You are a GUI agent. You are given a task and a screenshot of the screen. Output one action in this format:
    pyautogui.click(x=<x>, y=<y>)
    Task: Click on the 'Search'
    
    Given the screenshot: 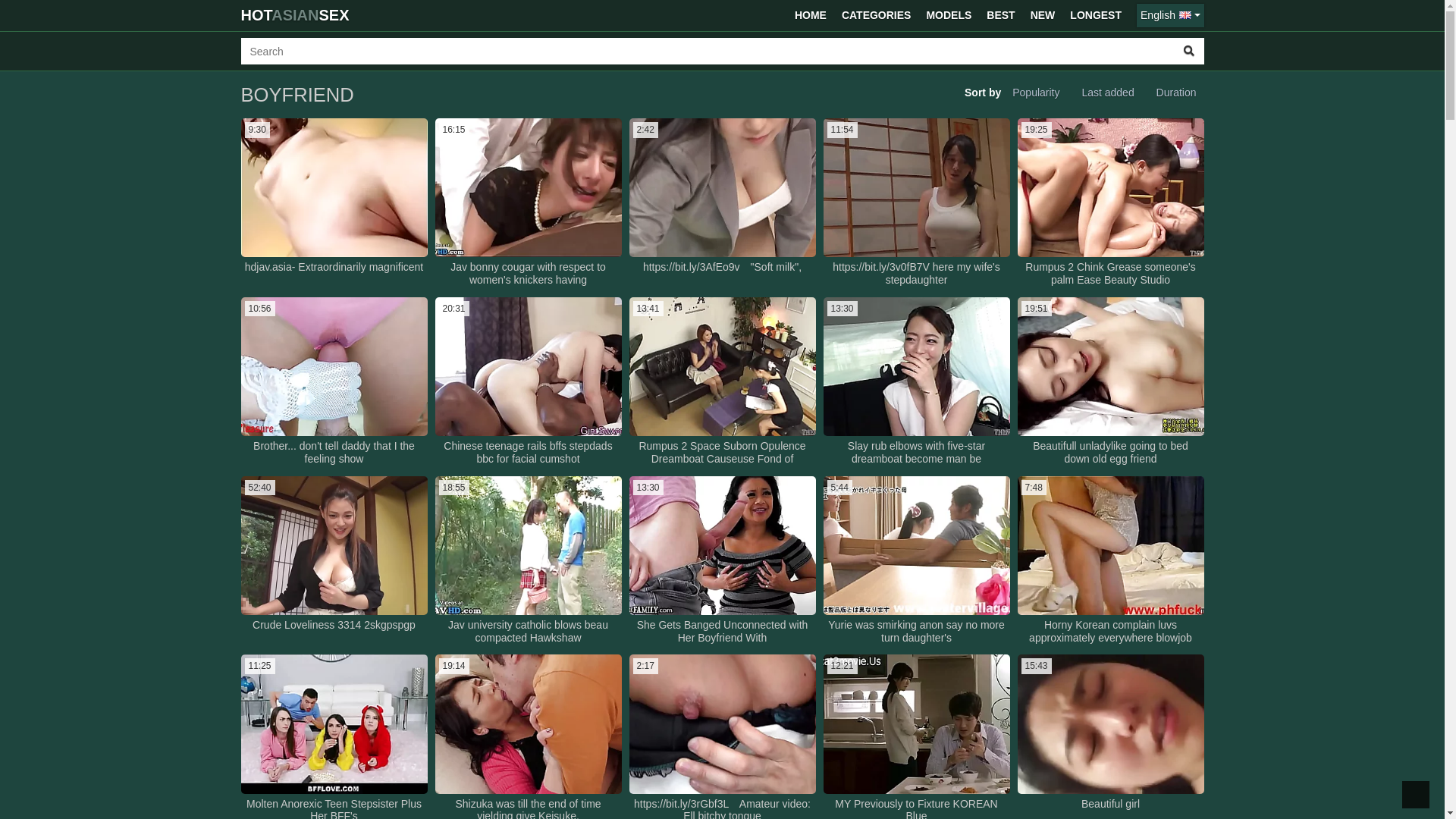 What is the action you would take?
    pyautogui.click(x=1188, y=50)
    